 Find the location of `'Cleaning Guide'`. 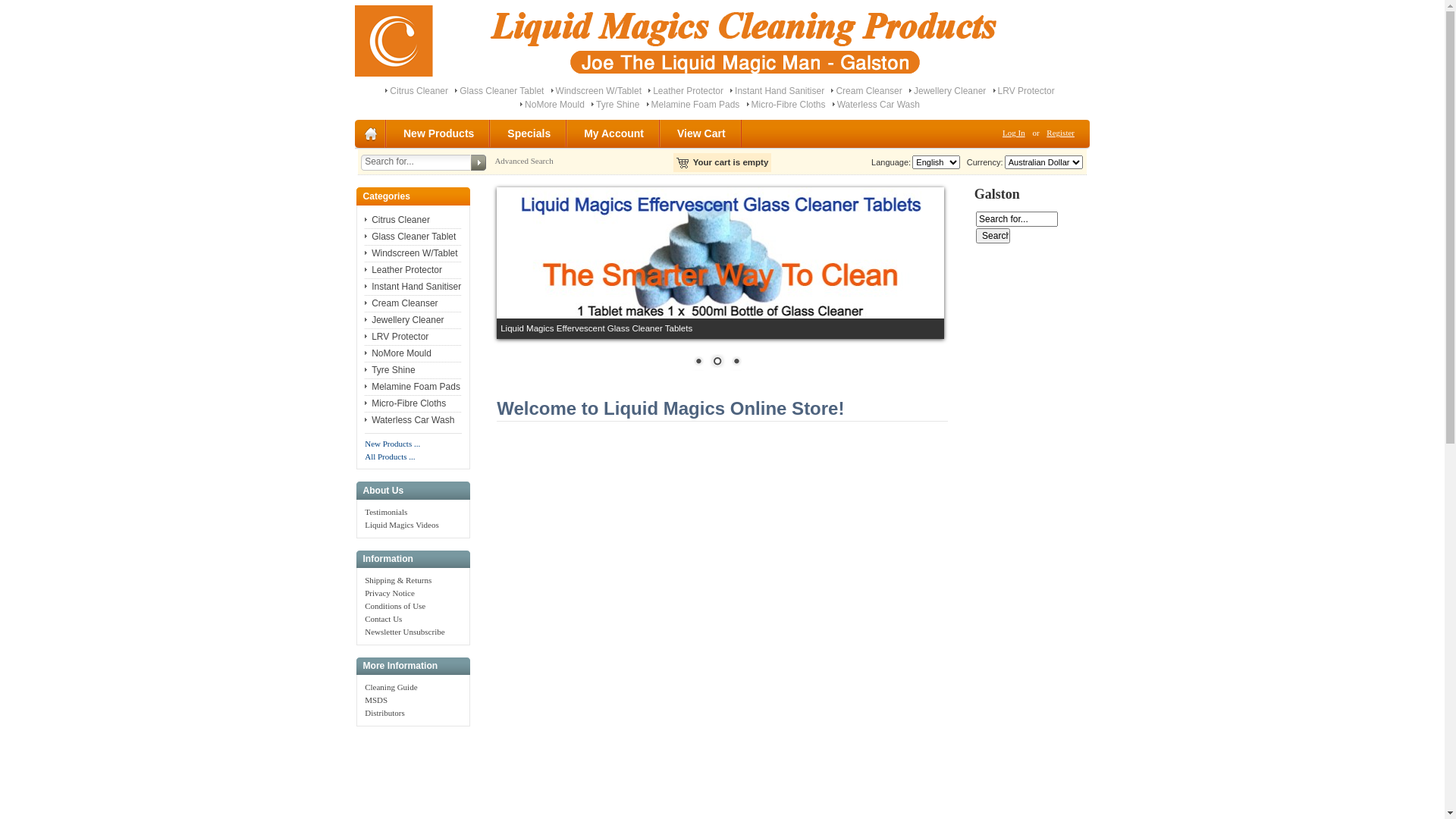

'Cleaning Guide' is located at coordinates (391, 687).